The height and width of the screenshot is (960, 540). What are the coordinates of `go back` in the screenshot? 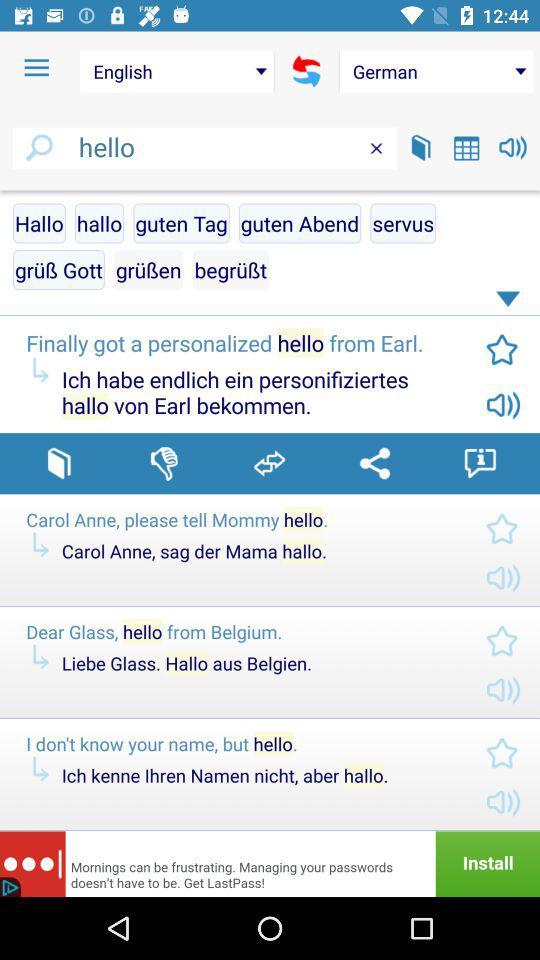 It's located at (306, 71).